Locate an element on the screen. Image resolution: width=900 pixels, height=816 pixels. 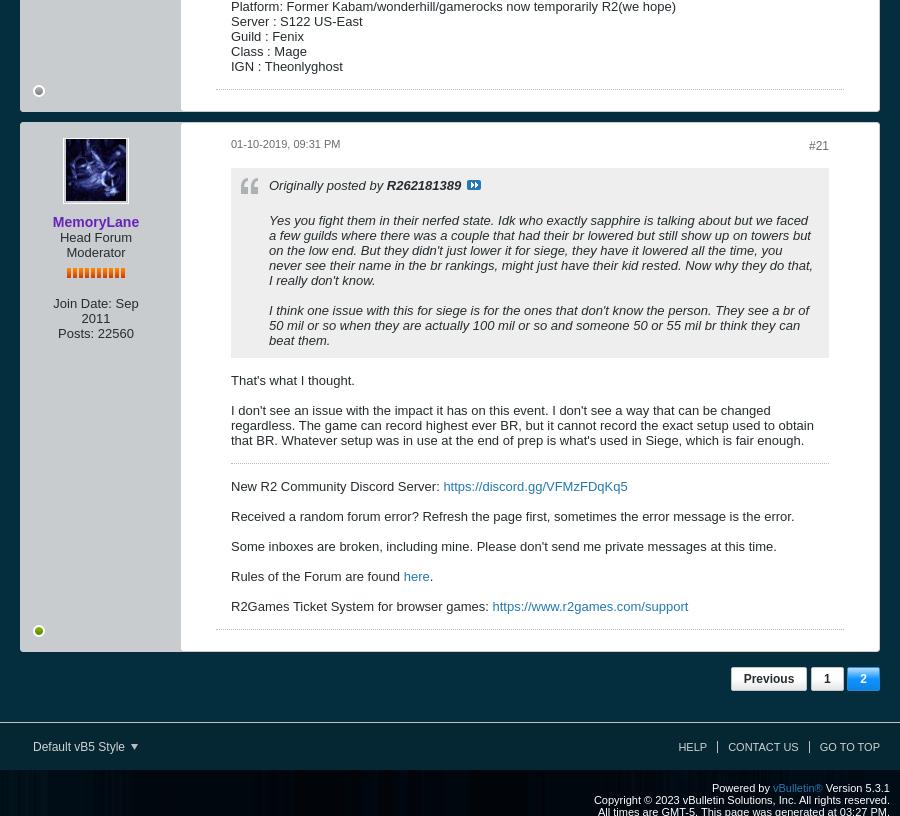
'Copyright © 2023 vBulletin Solutions, Inc. All rights reserved.' is located at coordinates (740, 799).